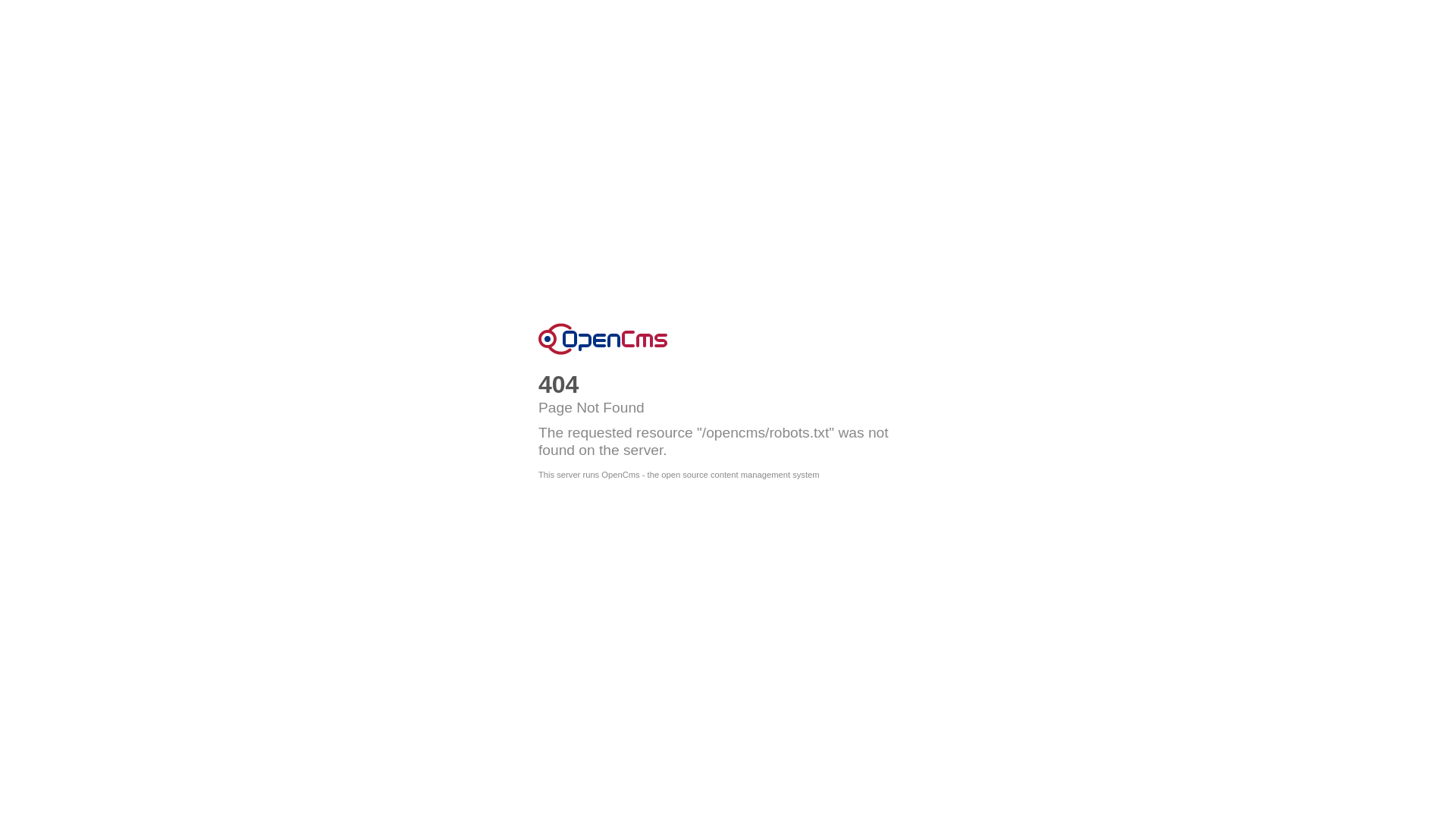  What do you see at coordinates (602, 338) in the screenshot?
I see `'OpenCms'` at bounding box center [602, 338].